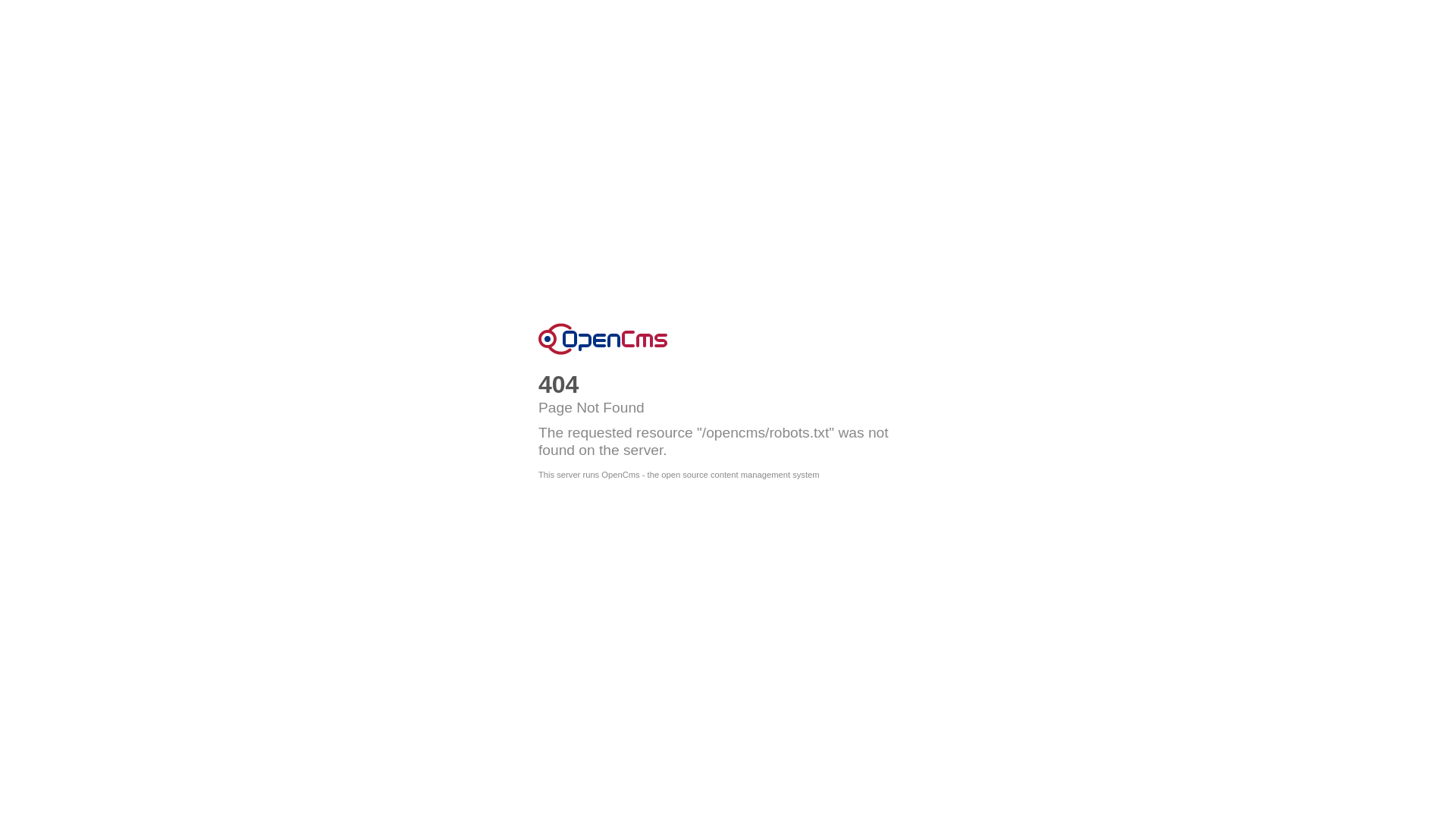  What do you see at coordinates (602, 338) in the screenshot?
I see `'OpenCms'` at bounding box center [602, 338].